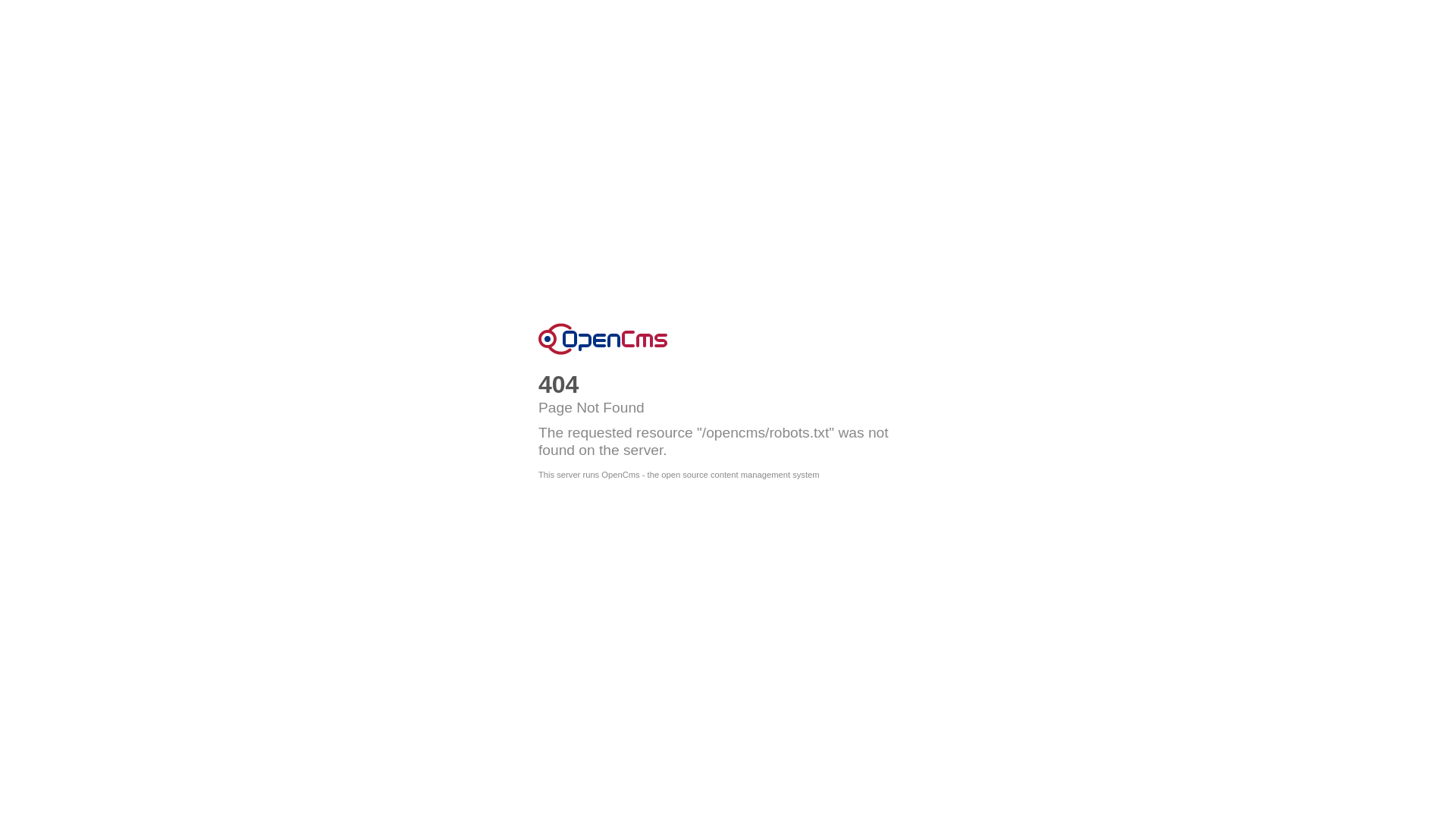  What do you see at coordinates (602, 338) in the screenshot?
I see `'OpenCms'` at bounding box center [602, 338].